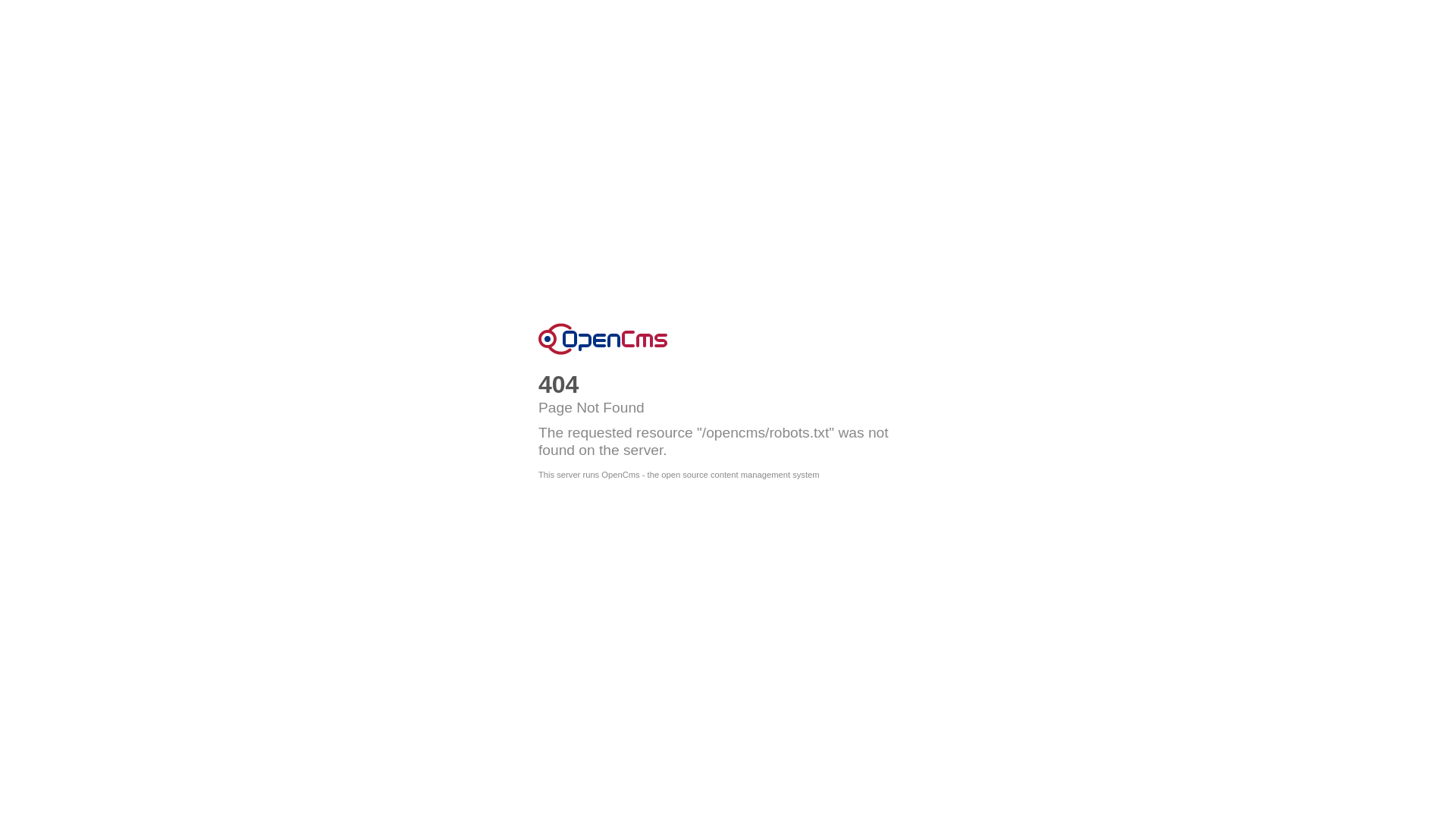  What do you see at coordinates (602, 338) in the screenshot?
I see `'OpenCms'` at bounding box center [602, 338].